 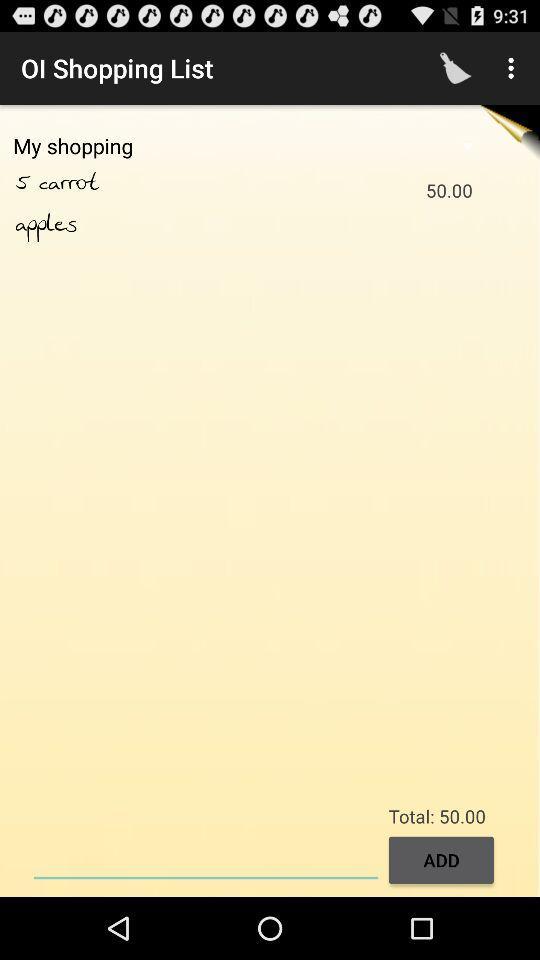 I want to click on the item above the total: 50.00 icon, so click(x=513, y=68).